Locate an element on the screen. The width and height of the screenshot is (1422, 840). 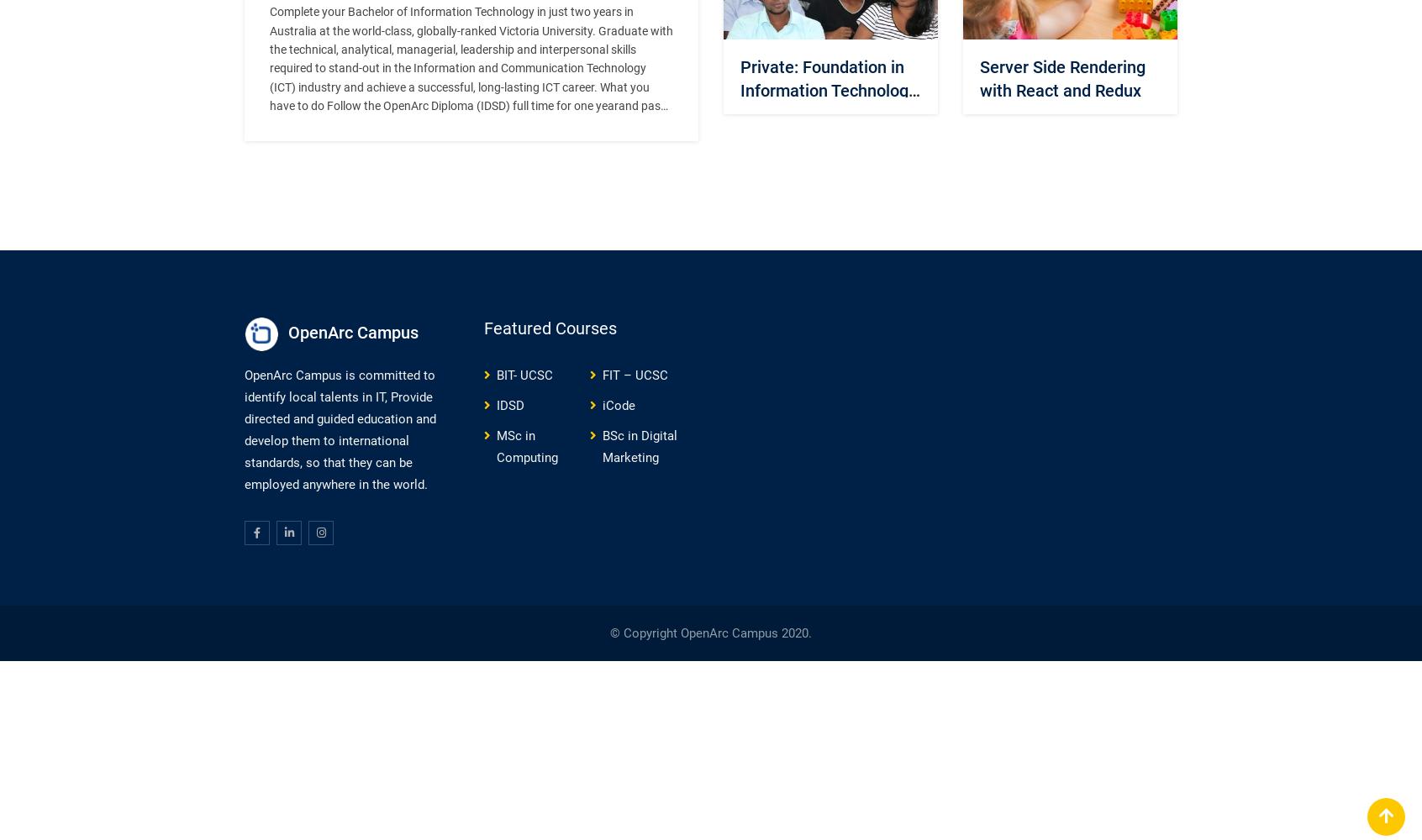
'Complete your Bachelor of Information Technology in just two years in Australia at the world-class, globally-ranked Victoria University. Graduate with the technical, analytical, managerial, leadership and interpersonal skills required to stand-out in the Information and Communication Technology (ICT) industry and achieve a successful, long-lasting ICT career. What you have to do Follow the OpenArc Diploma (IDSD) full time for one yearand pass with good grades. Do the English test, IELTS & obtain at least 6.0 for all four sections Benefits of this programme By doing the first year here at OpenArc, you save a lot of money.It costs less than one tenth (10%) of the Australian course fee. You have a transition period of one year. Start the degree from the second year at Victoria University. Improve your skills & get ready to face the challenges in Australia. Meet the Victoria University representatives in Sri Lanka & sort all your problems/difficulties, before going to Australia. Obtain the degree from a highly recognized, state university in Australia, which is ranked in top 2% of universities worldwide. Contact Us' is located at coordinates (471, 143).